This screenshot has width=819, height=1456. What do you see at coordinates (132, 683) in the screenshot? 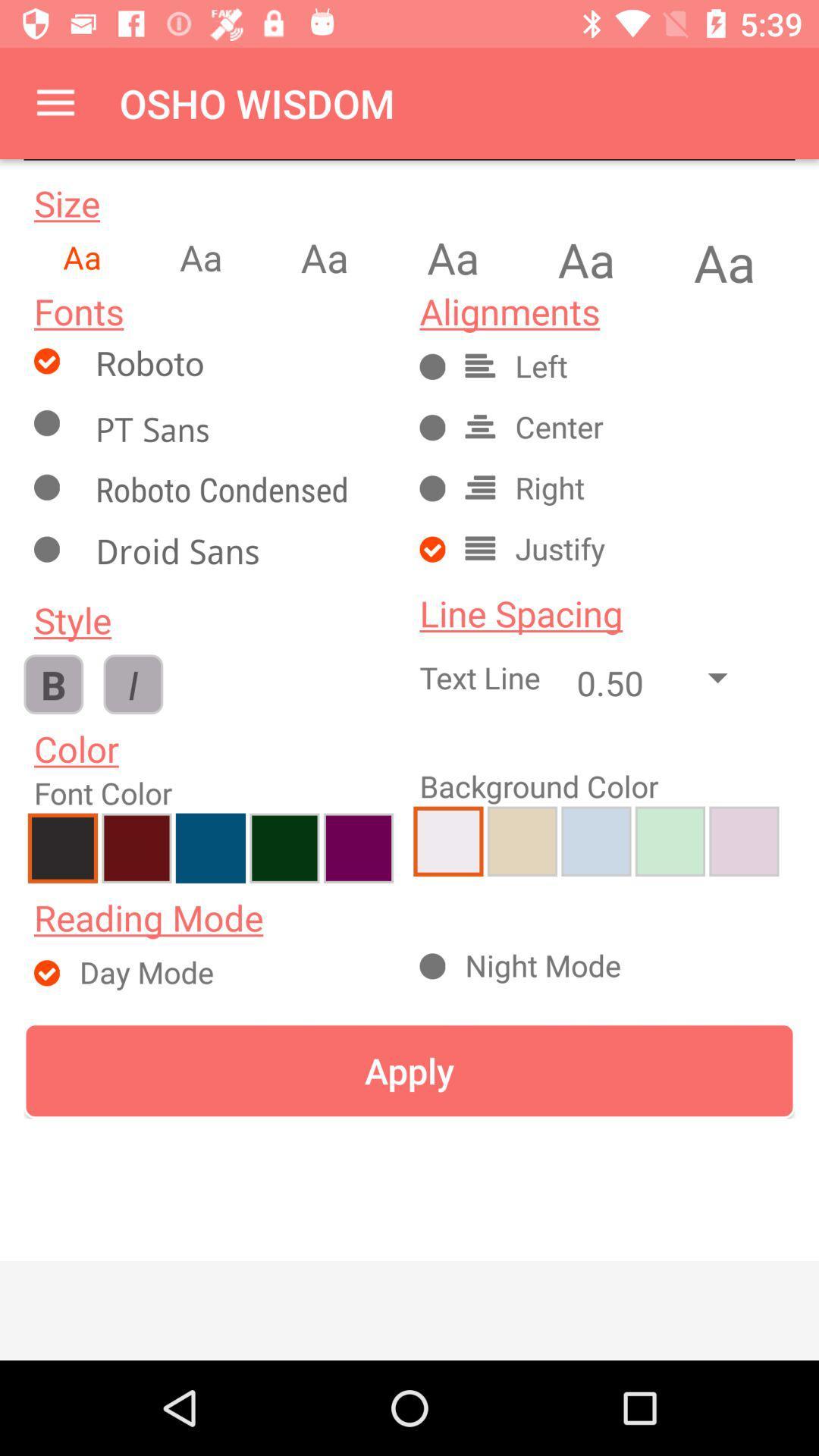
I see `the icon to the left of the text line item` at bounding box center [132, 683].